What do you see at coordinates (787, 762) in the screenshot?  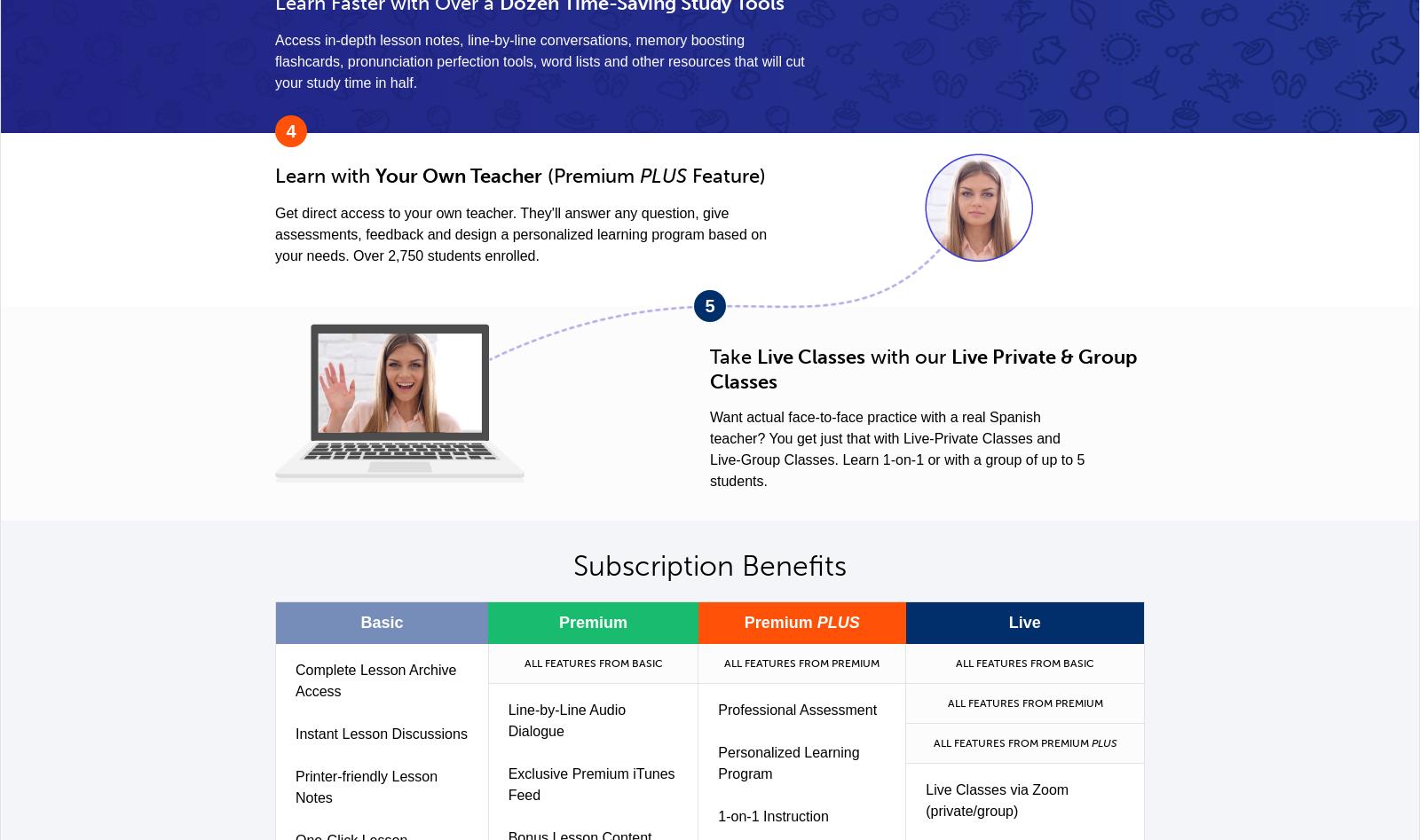 I see `'Personalized Learning Program'` at bounding box center [787, 762].